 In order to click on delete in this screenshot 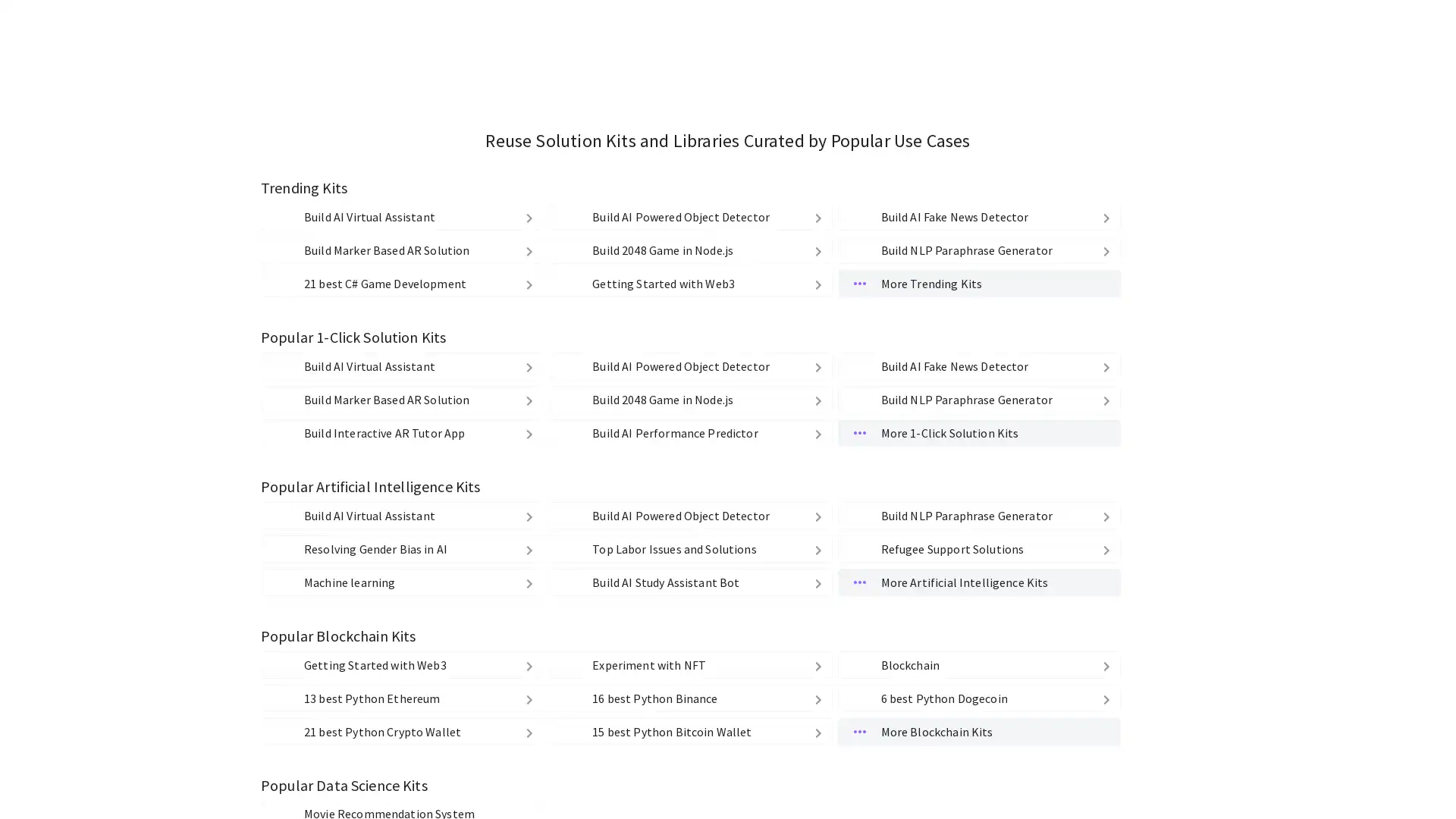, I will do `click(529, 665)`.